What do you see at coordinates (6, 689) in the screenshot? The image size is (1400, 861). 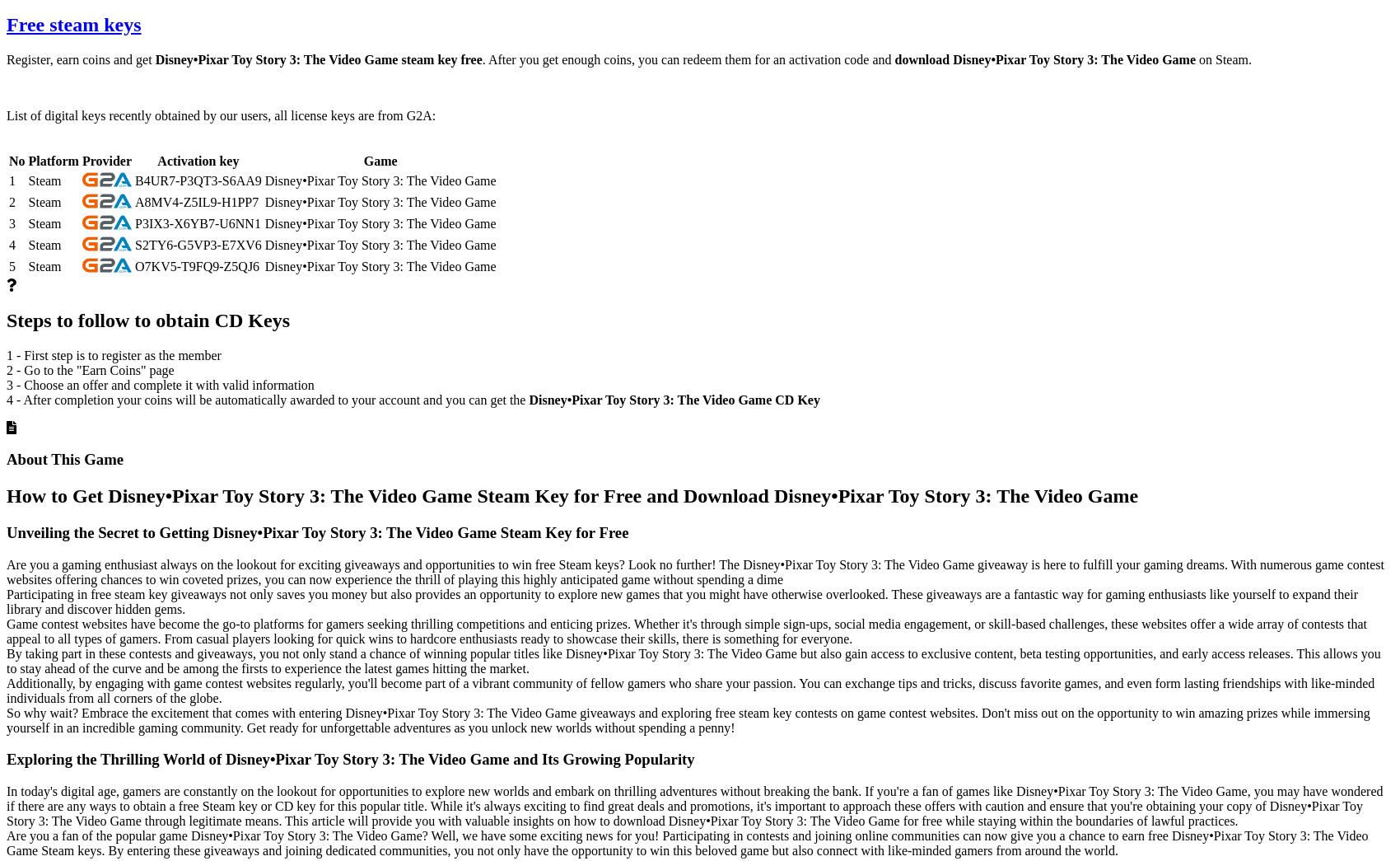 I see `'Additionally, by engaging with game contest websites regularly, you'll become part of a vibrant community of fellow gamers who share your passion. You can exchange tips and tricks, discuss favorite games, and even form lasting friendships with like-minded individuals from all corners of the globe.'` at bounding box center [6, 689].